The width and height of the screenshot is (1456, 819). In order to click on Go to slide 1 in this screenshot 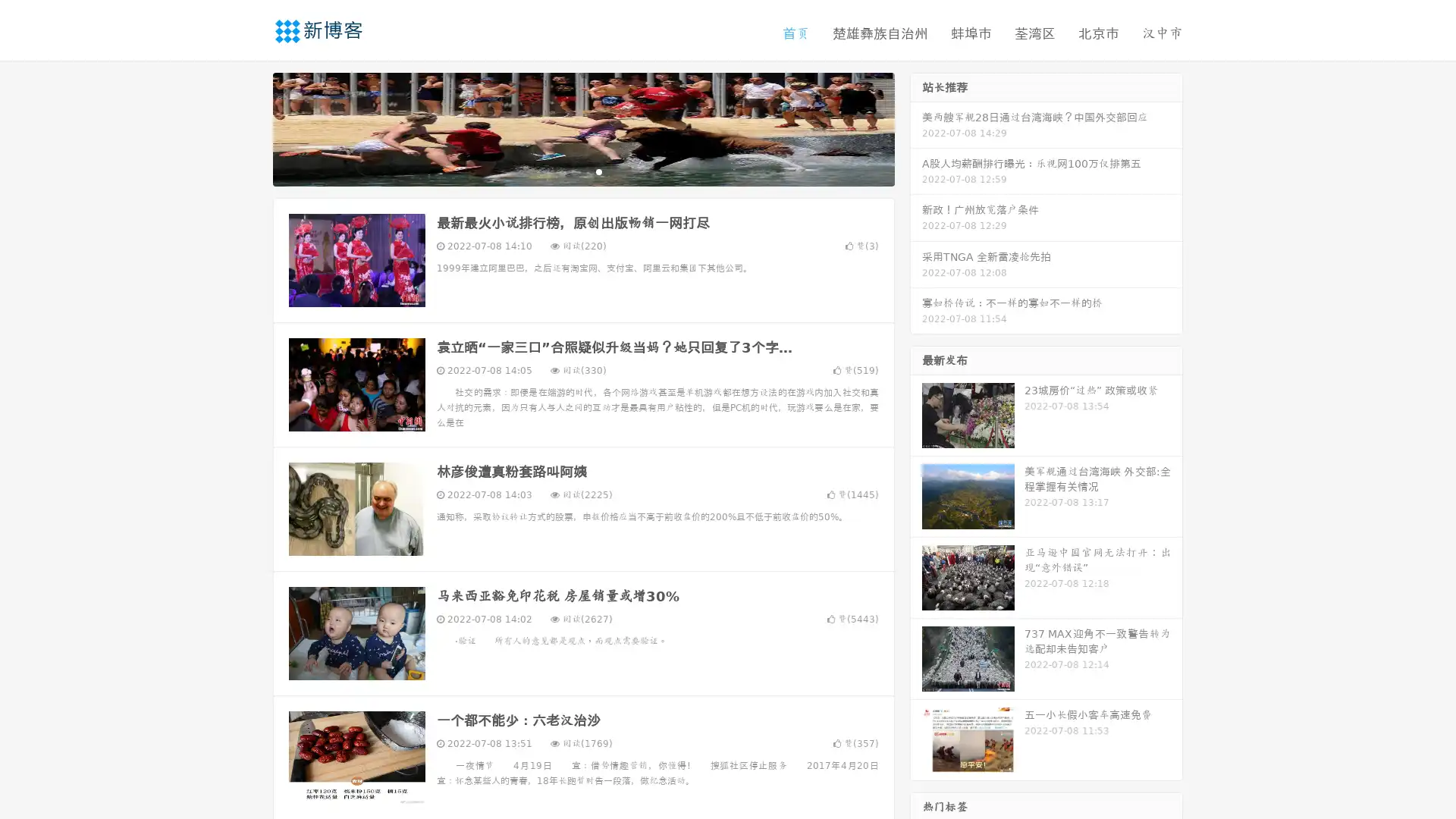, I will do `click(567, 171)`.